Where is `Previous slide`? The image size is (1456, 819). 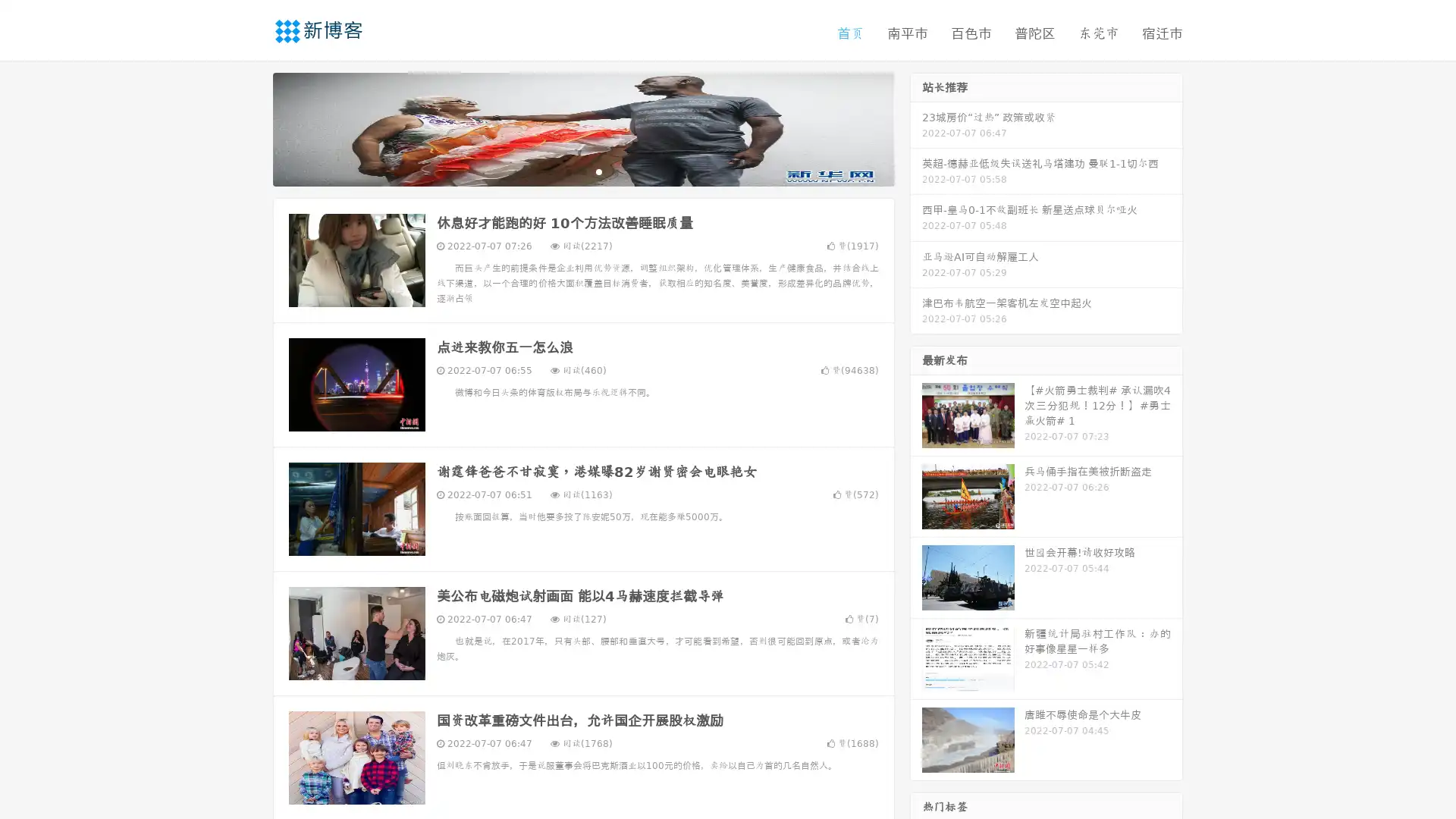 Previous slide is located at coordinates (250, 127).